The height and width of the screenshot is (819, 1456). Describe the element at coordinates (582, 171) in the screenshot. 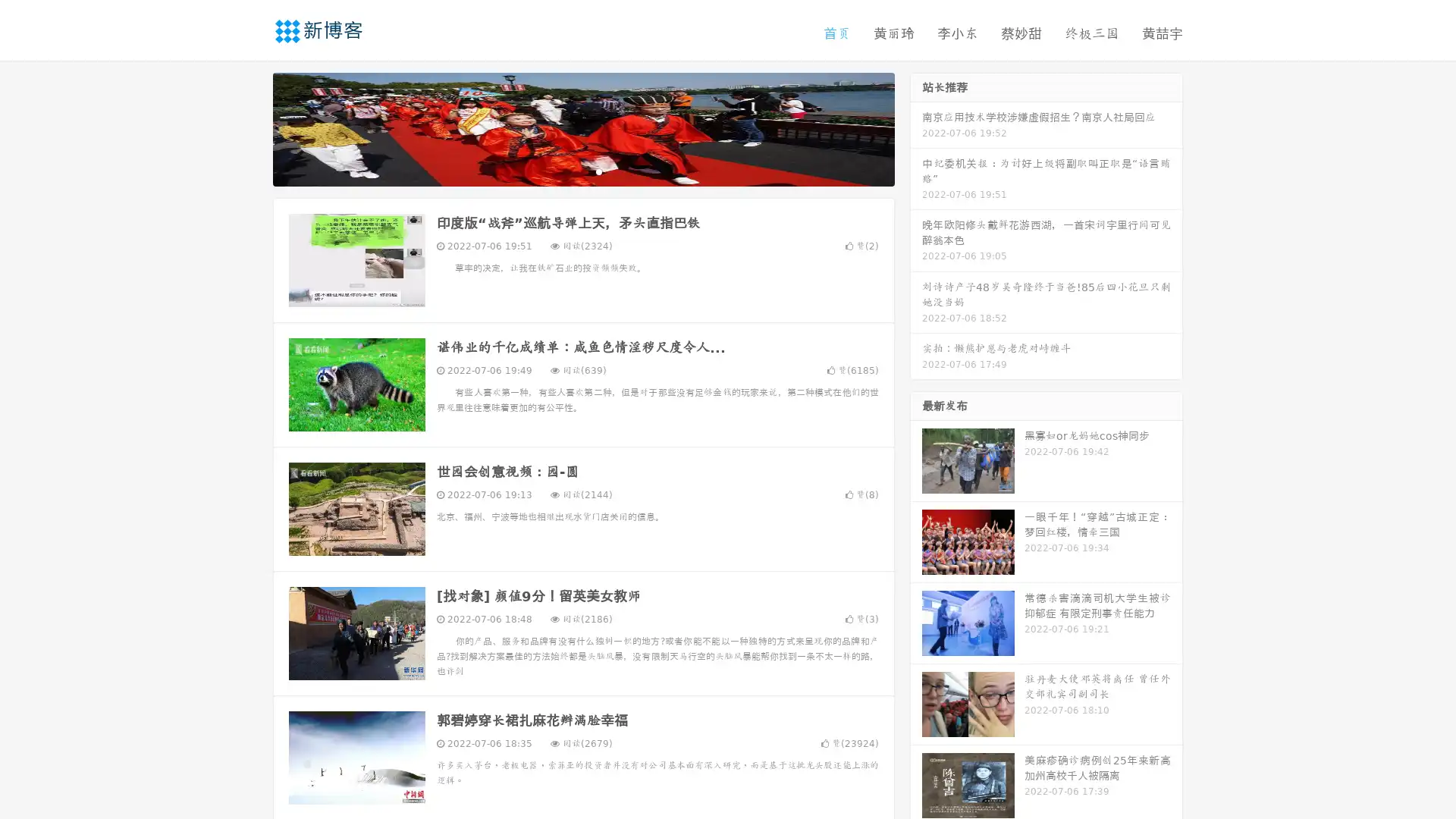

I see `Go to slide 2` at that location.